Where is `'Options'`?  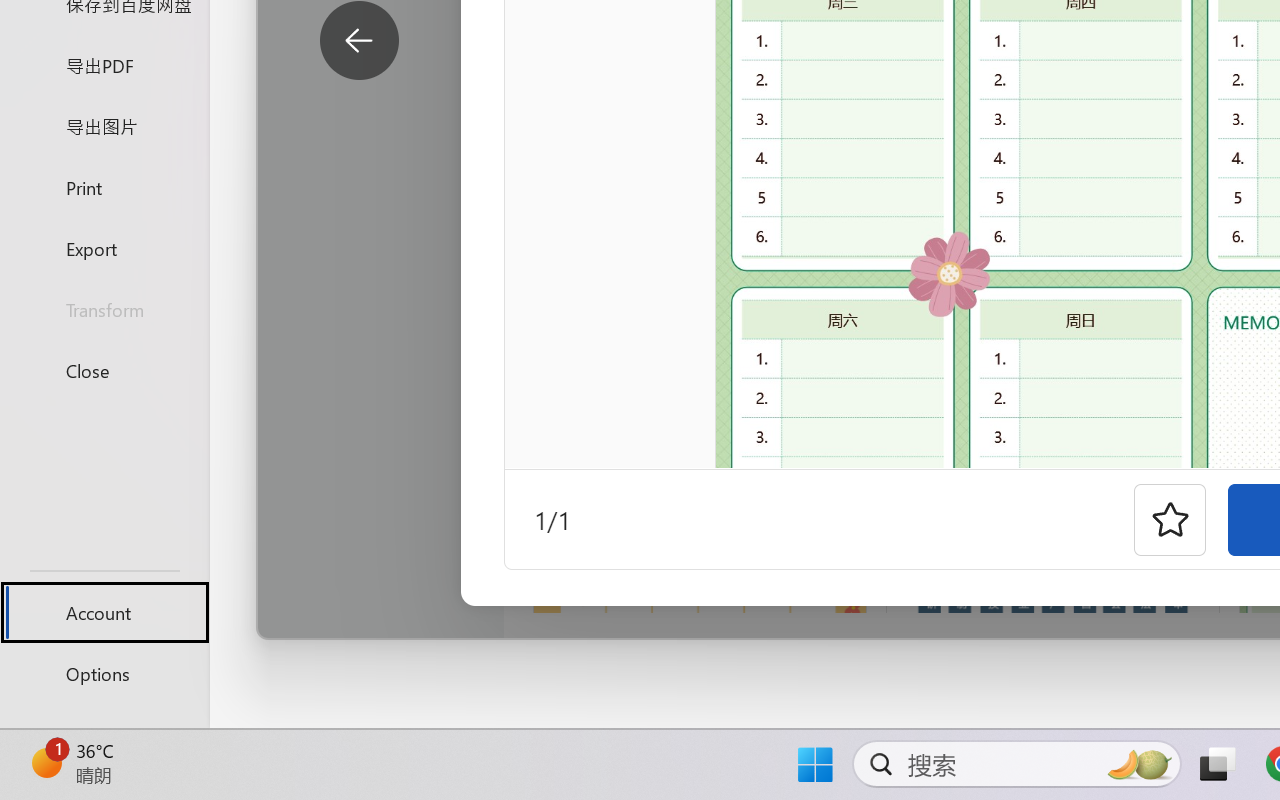 'Options' is located at coordinates (103, 673).